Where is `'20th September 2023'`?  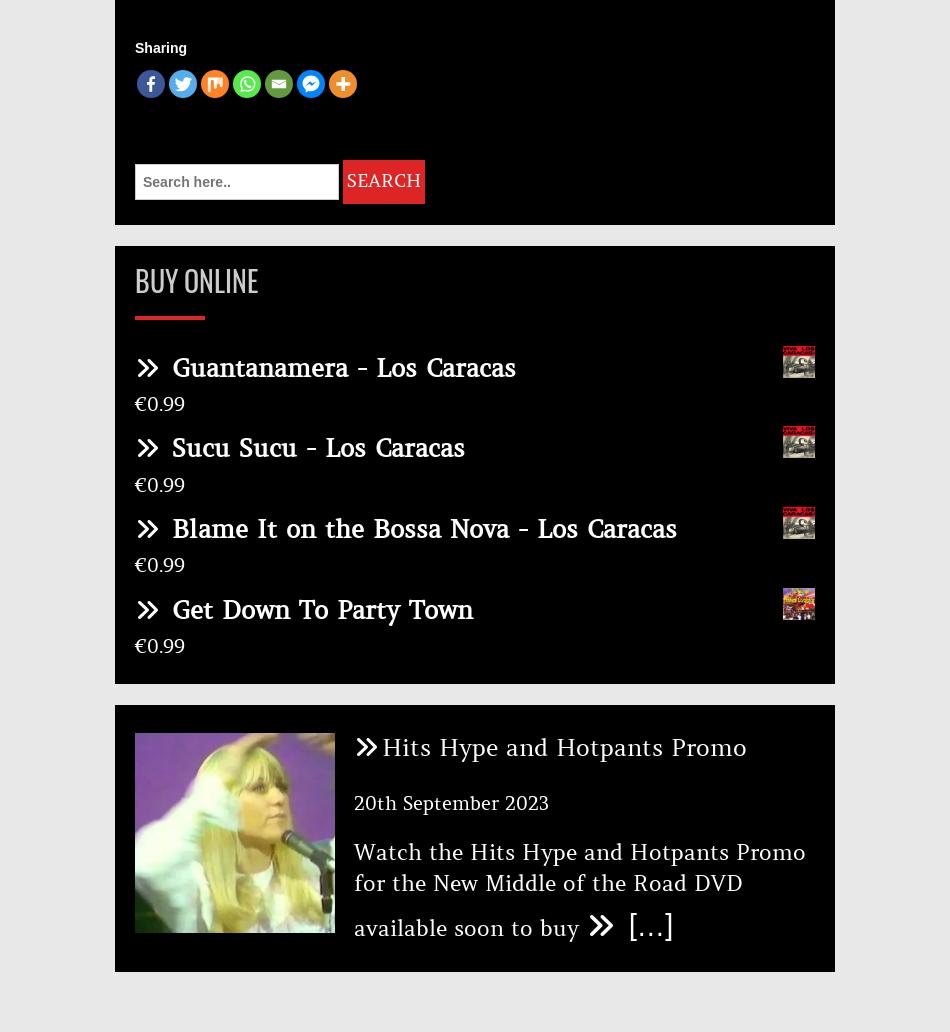 '20th September 2023' is located at coordinates (352, 802).